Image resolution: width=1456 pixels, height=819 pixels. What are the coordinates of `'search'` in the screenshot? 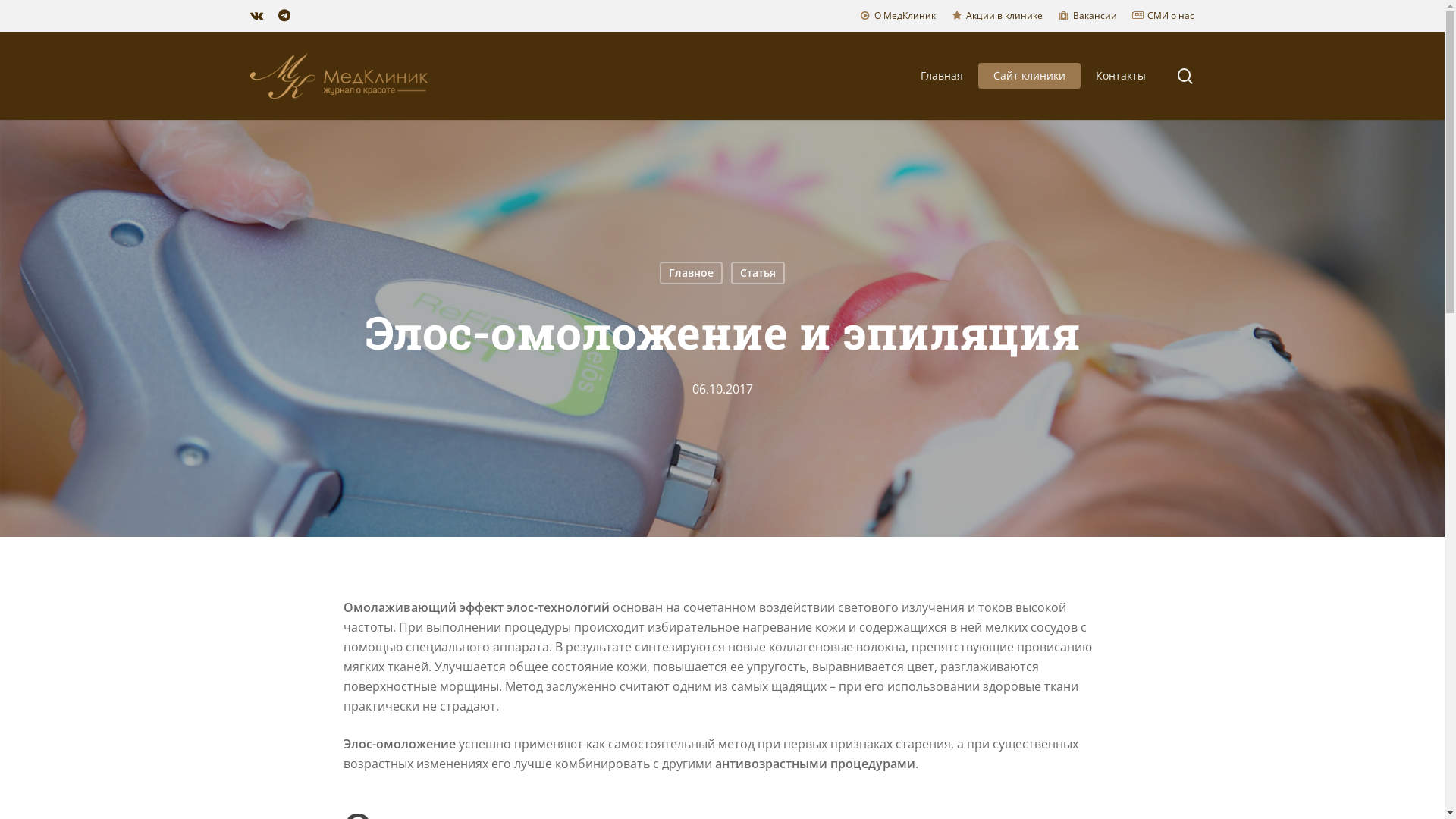 It's located at (1175, 76).